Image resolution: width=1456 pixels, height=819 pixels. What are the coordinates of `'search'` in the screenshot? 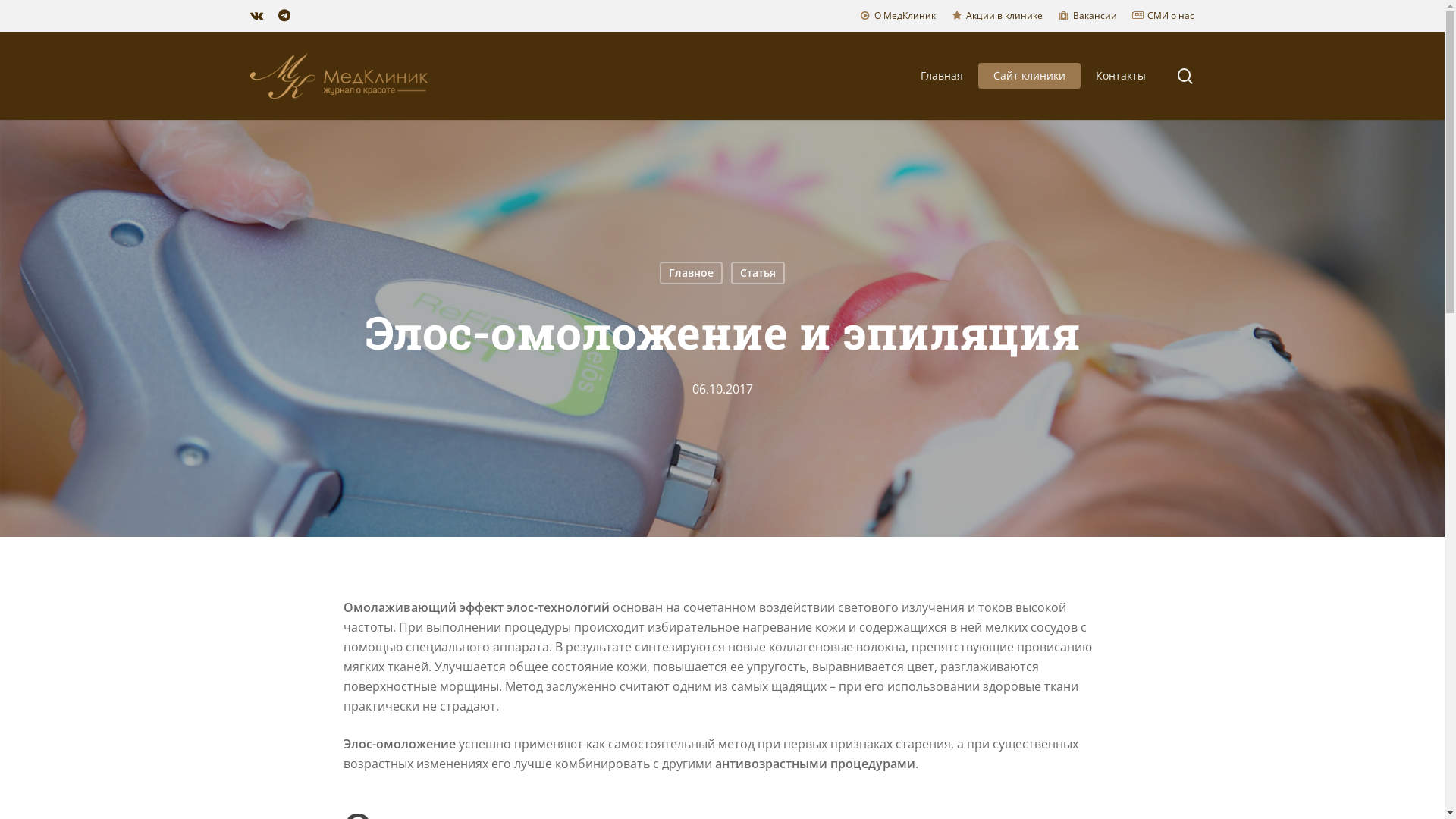 It's located at (1175, 76).